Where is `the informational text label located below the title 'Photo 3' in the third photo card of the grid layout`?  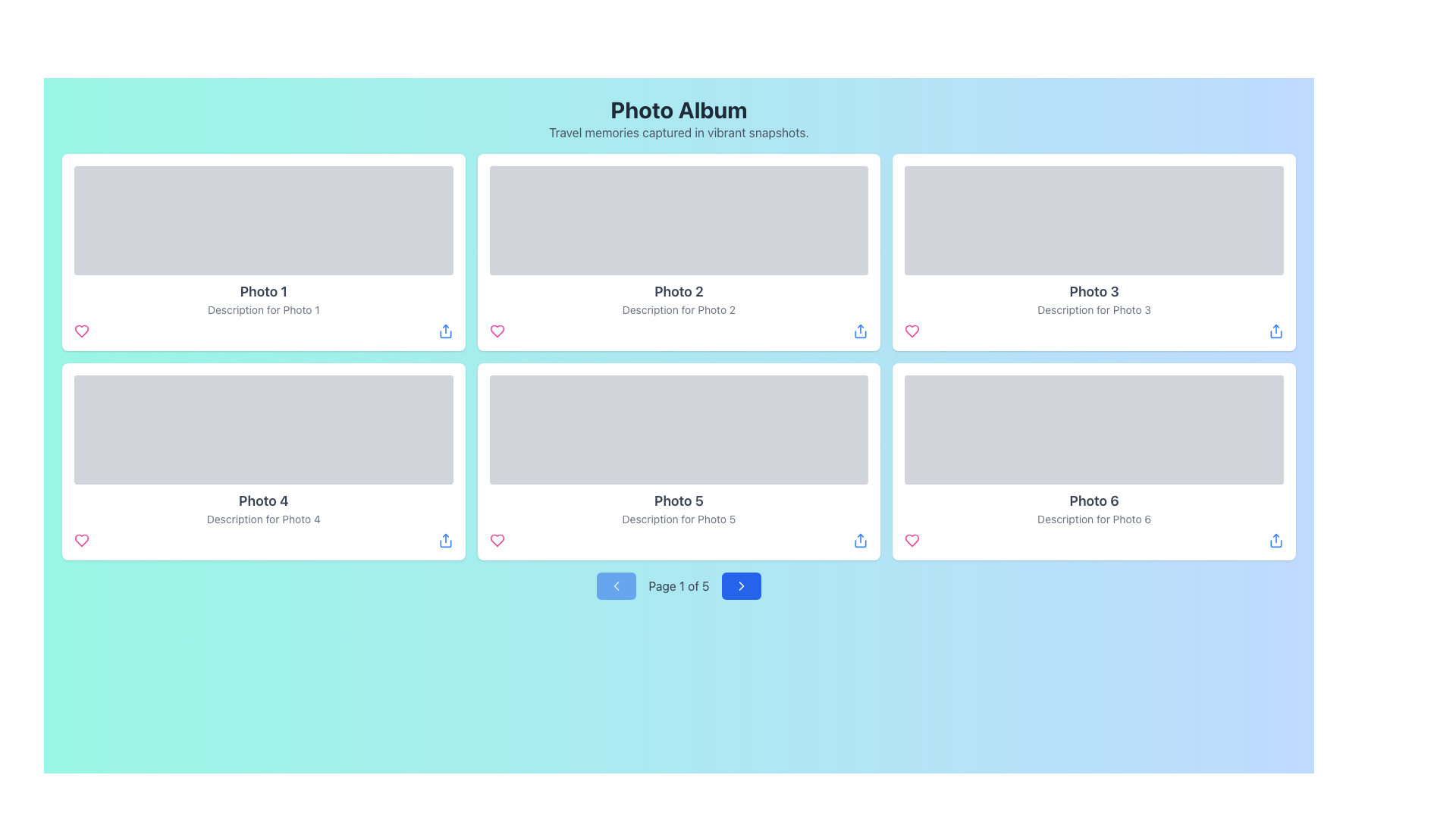
the informational text label located below the title 'Photo 3' in the third photo card of the grid layout is located at coordinates (1094, 309).